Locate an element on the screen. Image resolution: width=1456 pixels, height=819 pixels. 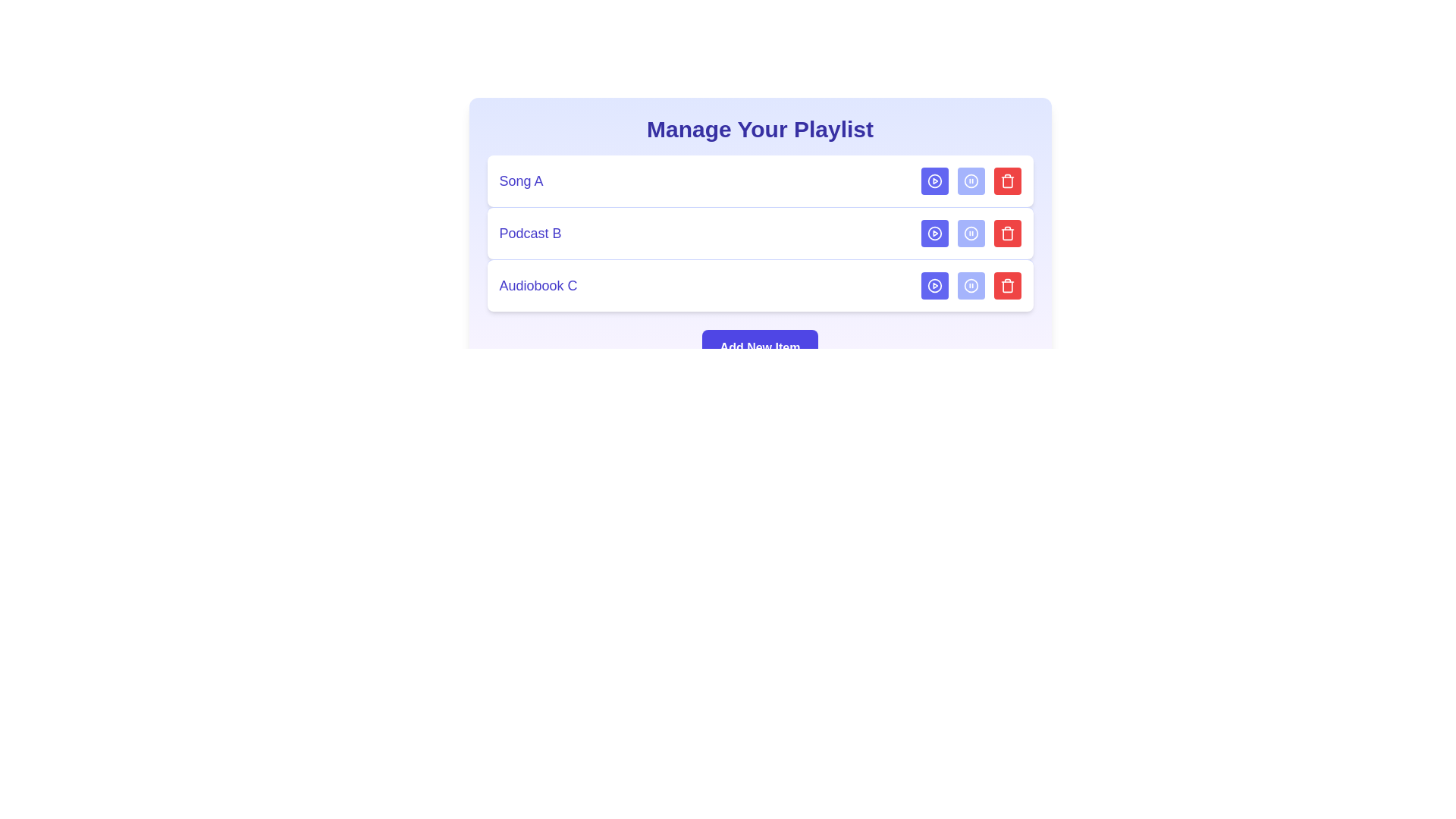
the media item named Podcast B is located at coordinates (760, 233).